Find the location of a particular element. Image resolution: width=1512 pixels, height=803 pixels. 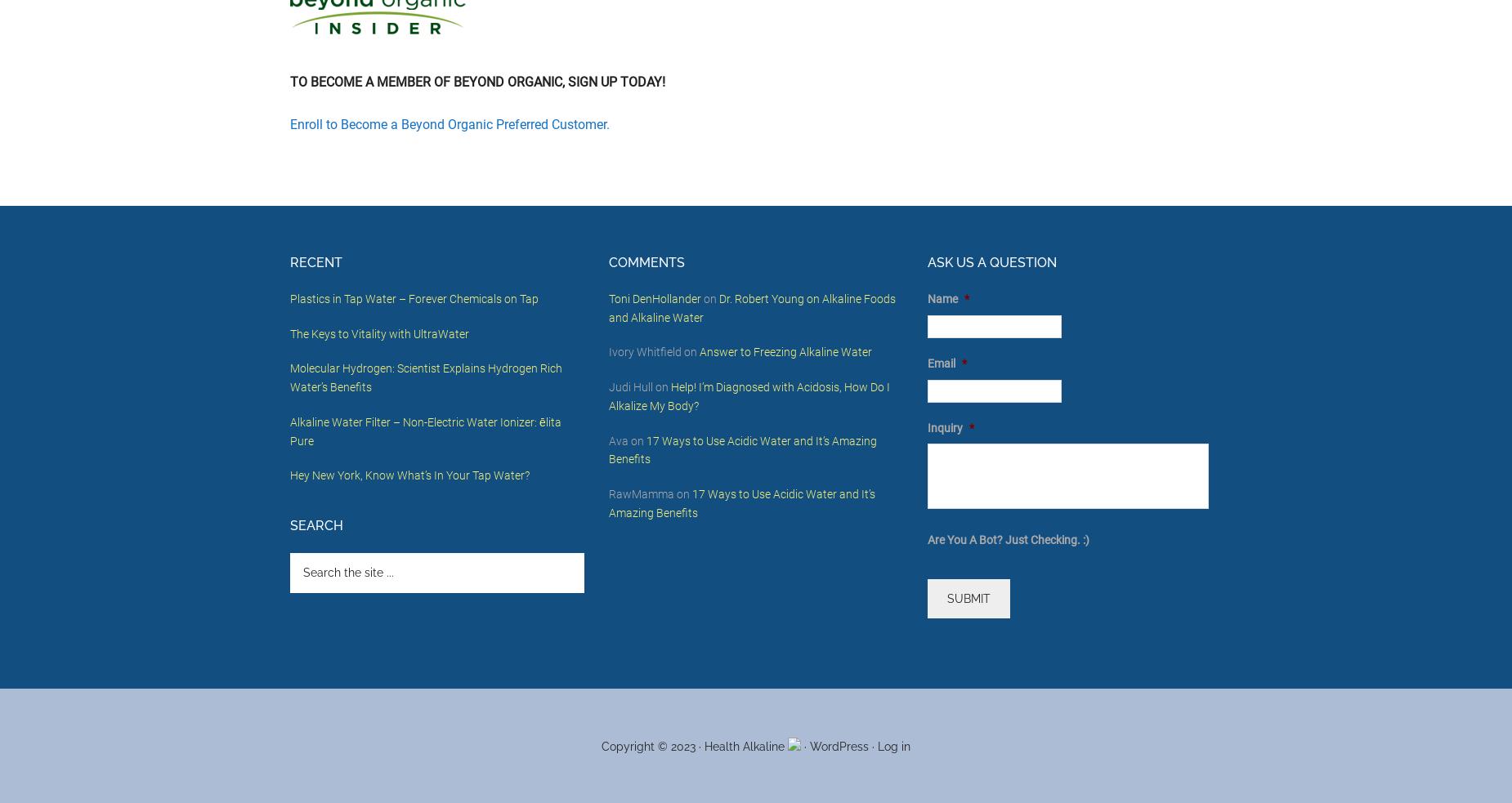

'Plastics in Tap Water – Forever Chemicals on Tap' is located at coordinates (414, 297).